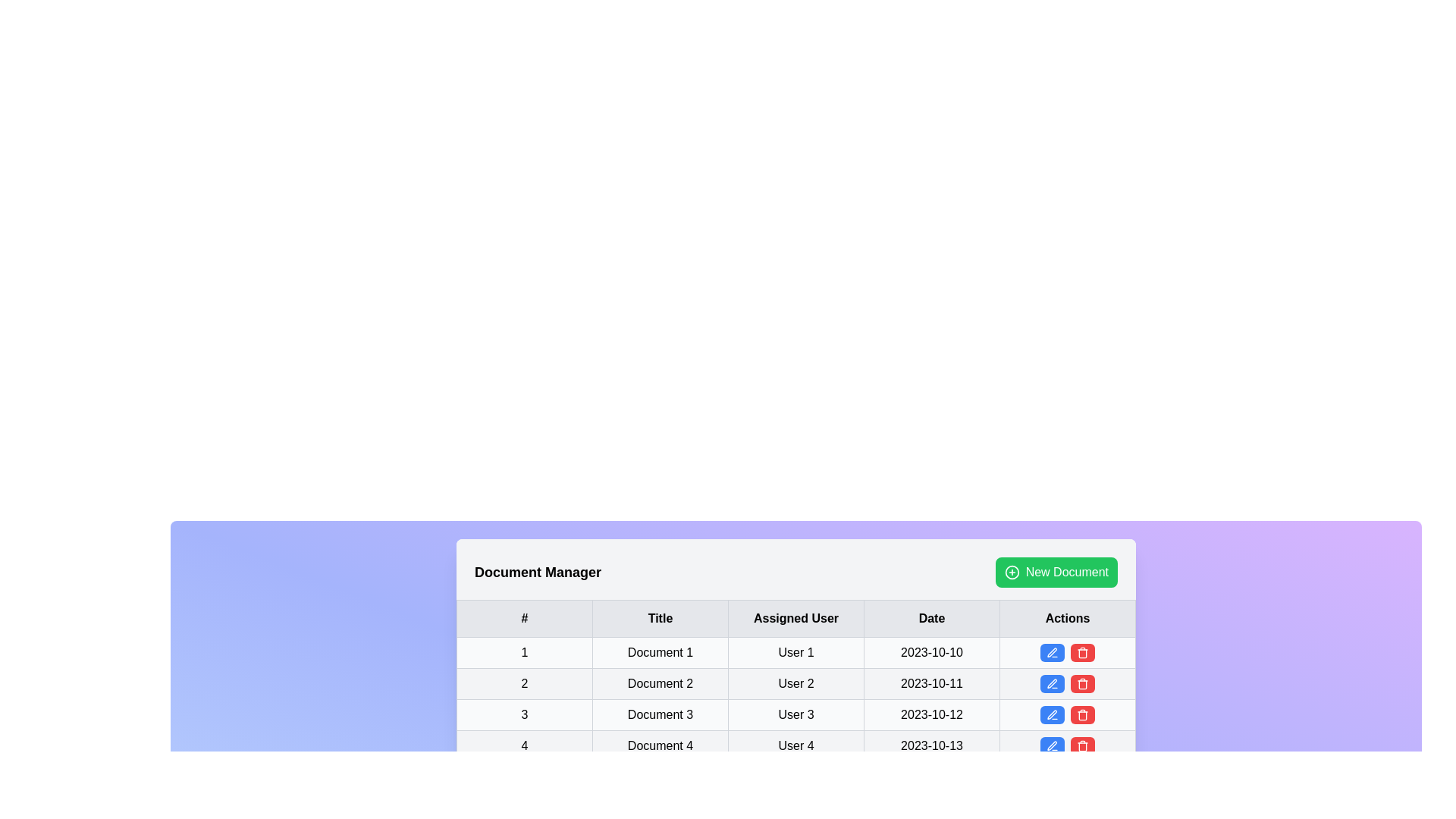  I want to click on the blue button with a white pen icon in the 'Actions' column of the 'Document 4' row to observe the hover effect, so click(1051, 745).